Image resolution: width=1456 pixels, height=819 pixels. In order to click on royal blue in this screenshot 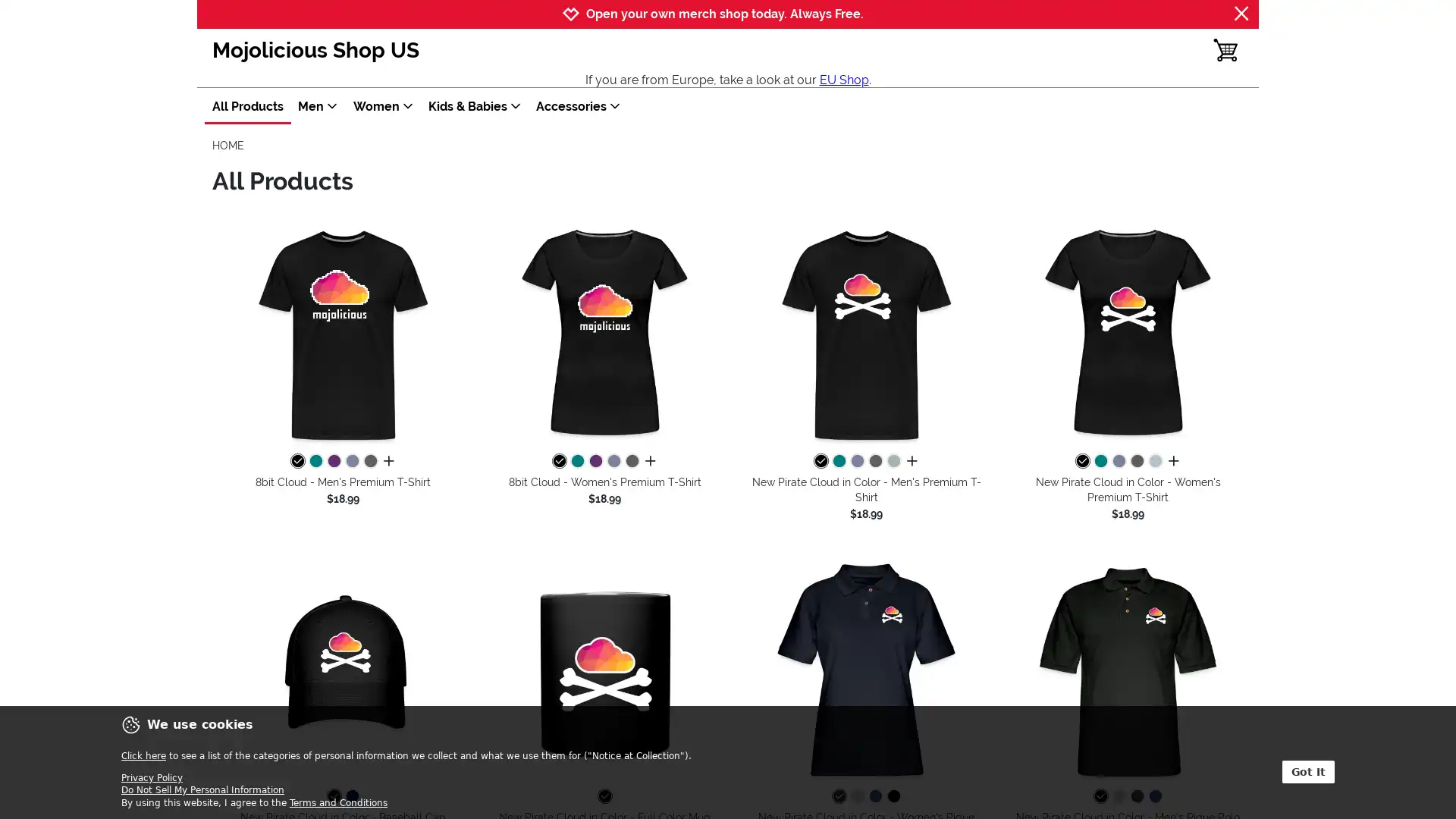, I will do `click(874, 796)`.